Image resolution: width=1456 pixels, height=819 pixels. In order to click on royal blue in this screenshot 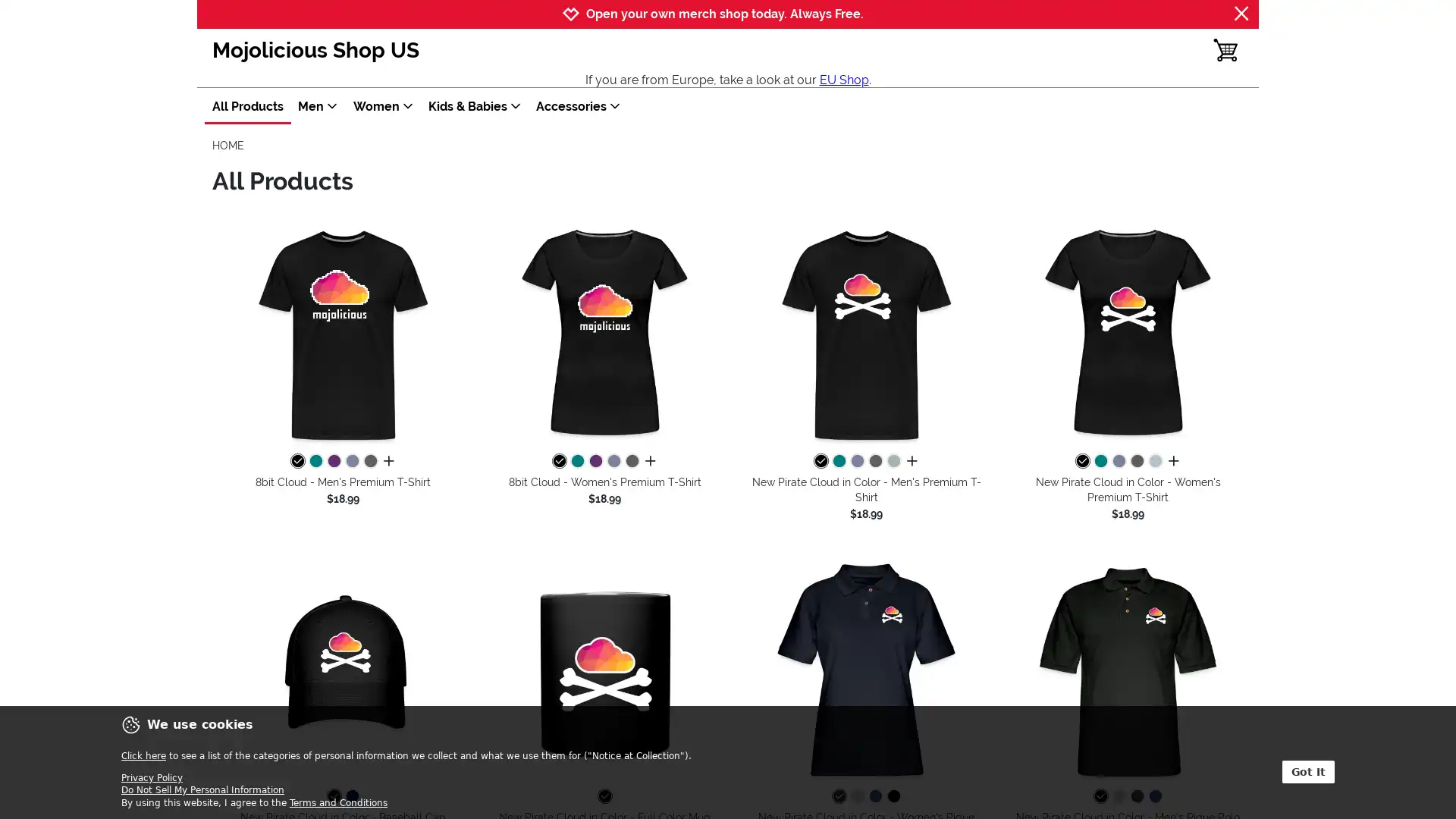, I will do `click(874, 796)`.